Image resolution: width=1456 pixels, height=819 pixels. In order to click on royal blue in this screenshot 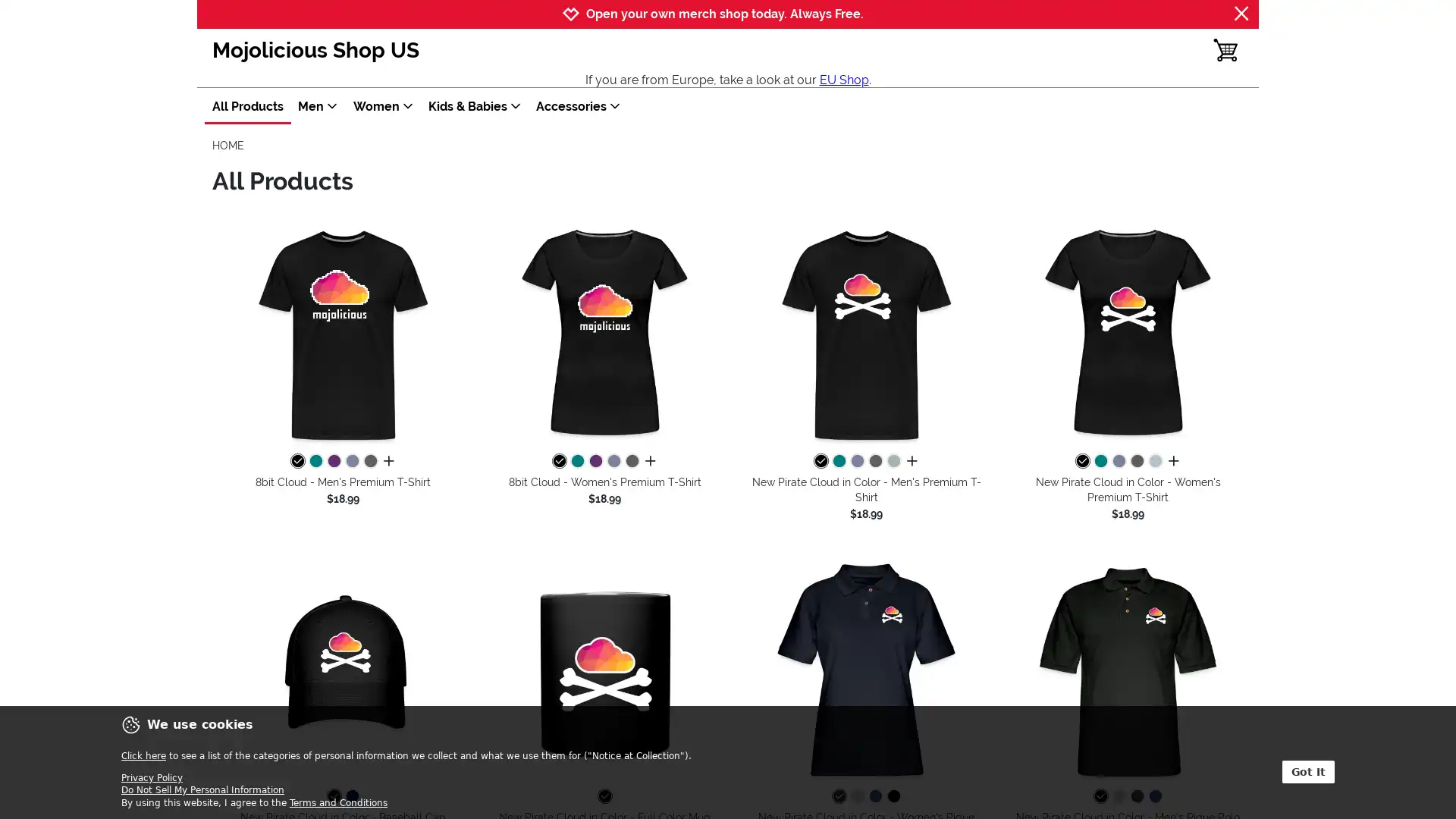, I will do `click(874, 796)`.